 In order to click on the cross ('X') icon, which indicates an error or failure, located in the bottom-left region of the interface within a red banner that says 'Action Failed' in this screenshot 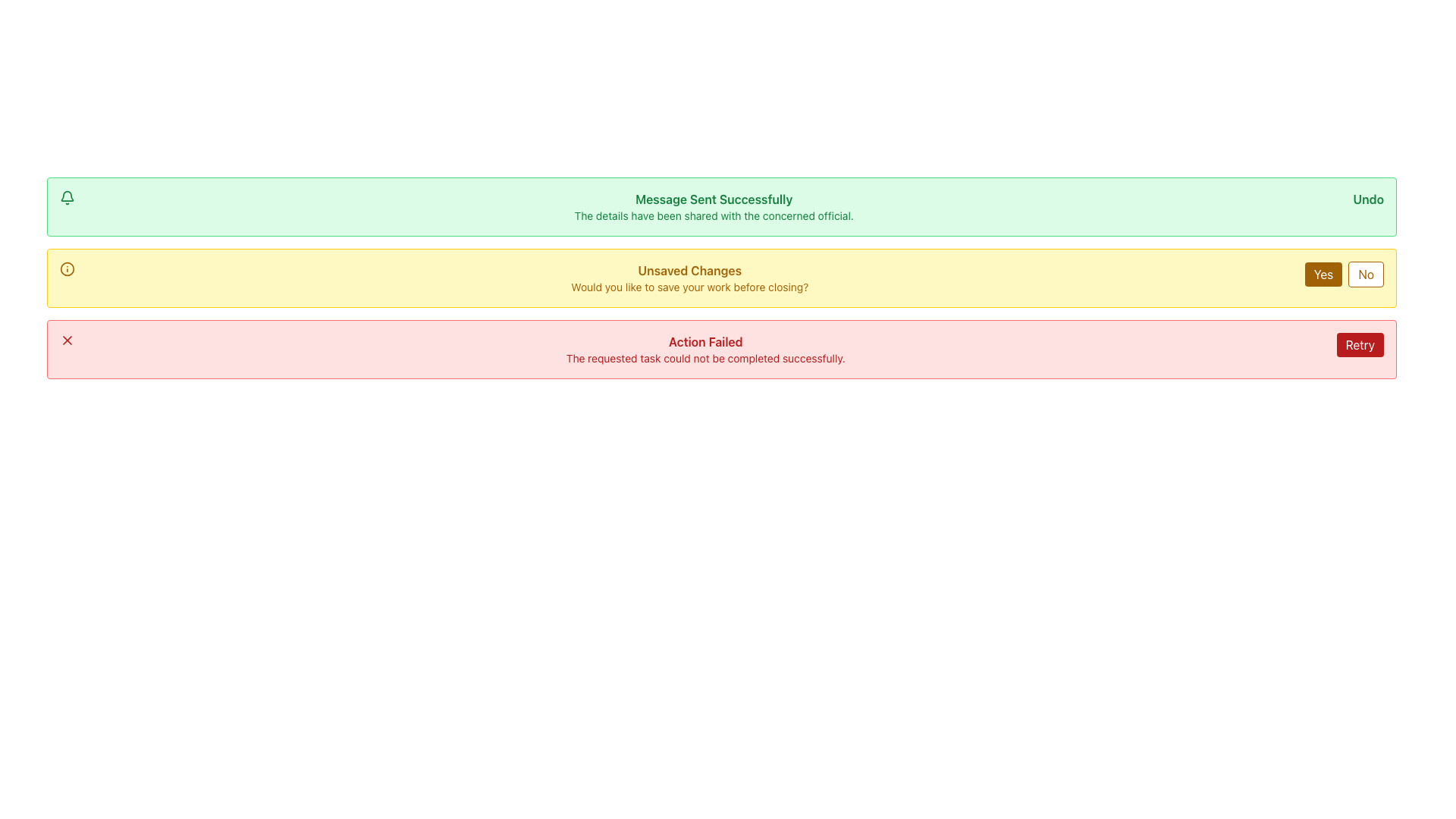, I will do `click(67, 339)`.